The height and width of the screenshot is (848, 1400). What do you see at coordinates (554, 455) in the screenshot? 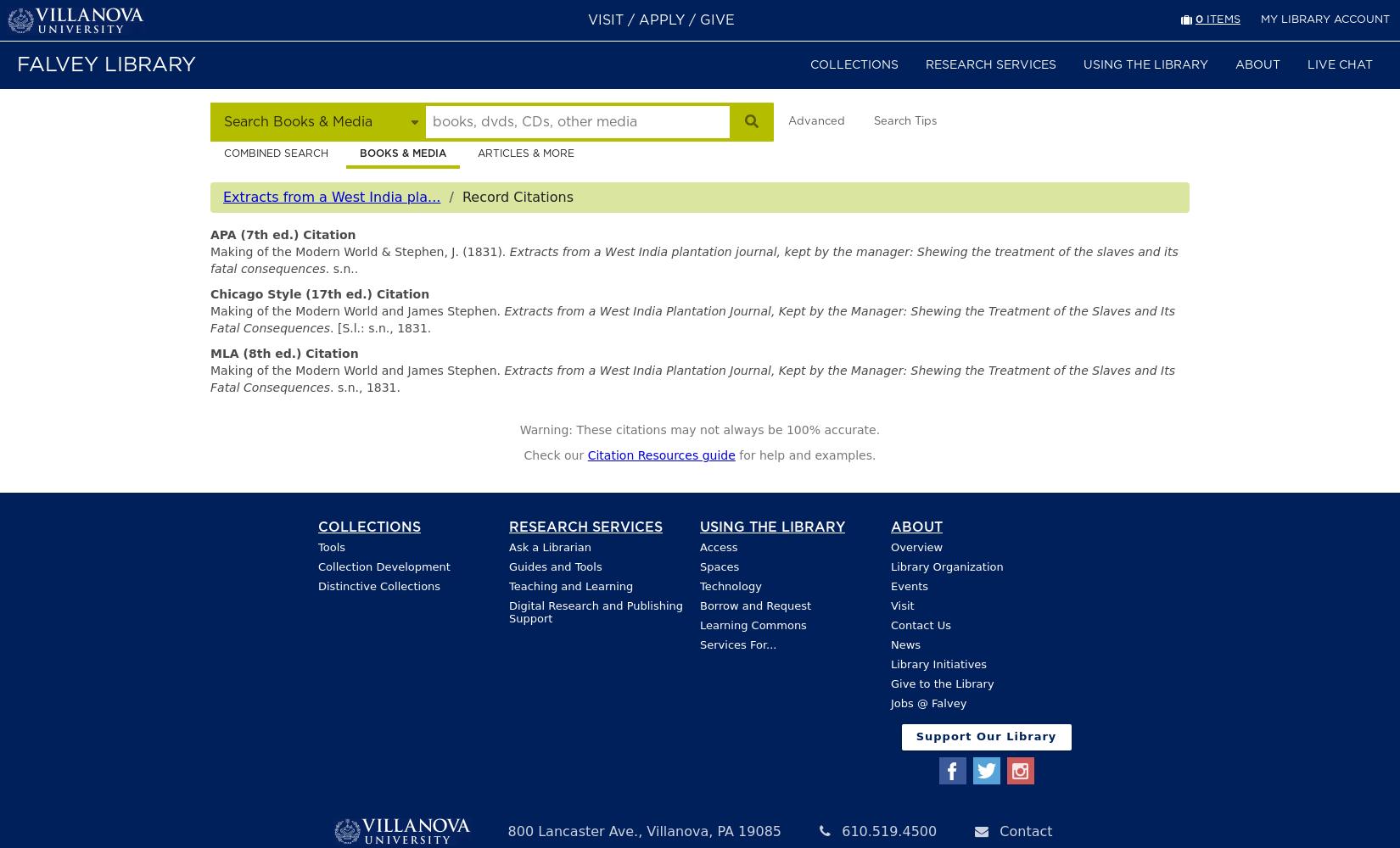
I see `'Check our'` at bounding box center [554, 455].